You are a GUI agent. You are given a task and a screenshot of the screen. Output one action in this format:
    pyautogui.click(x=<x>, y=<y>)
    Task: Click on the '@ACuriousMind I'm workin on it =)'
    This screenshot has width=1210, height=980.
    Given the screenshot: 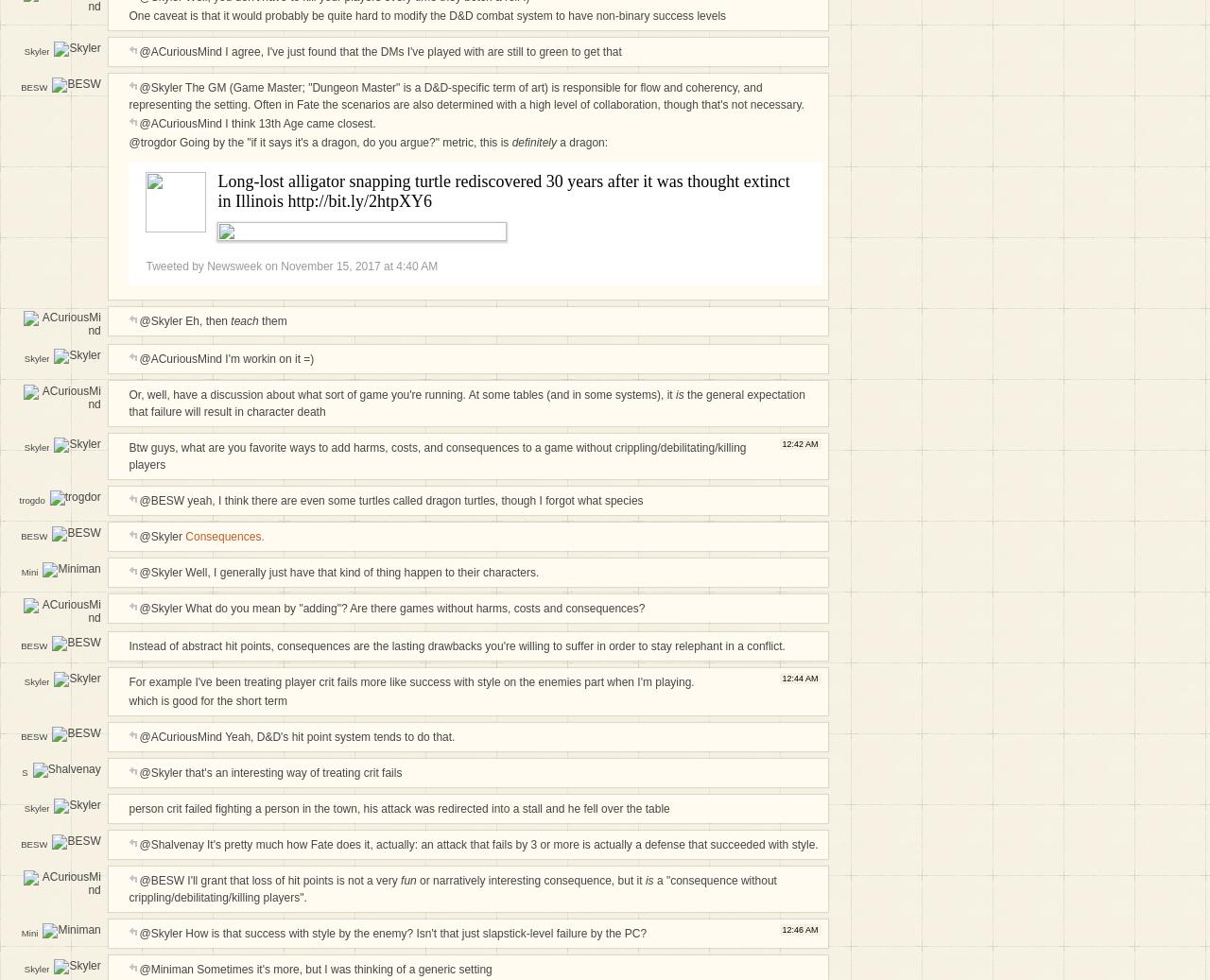 What is the action you would take?
    pyautogui.click(x=226, y=357)
    